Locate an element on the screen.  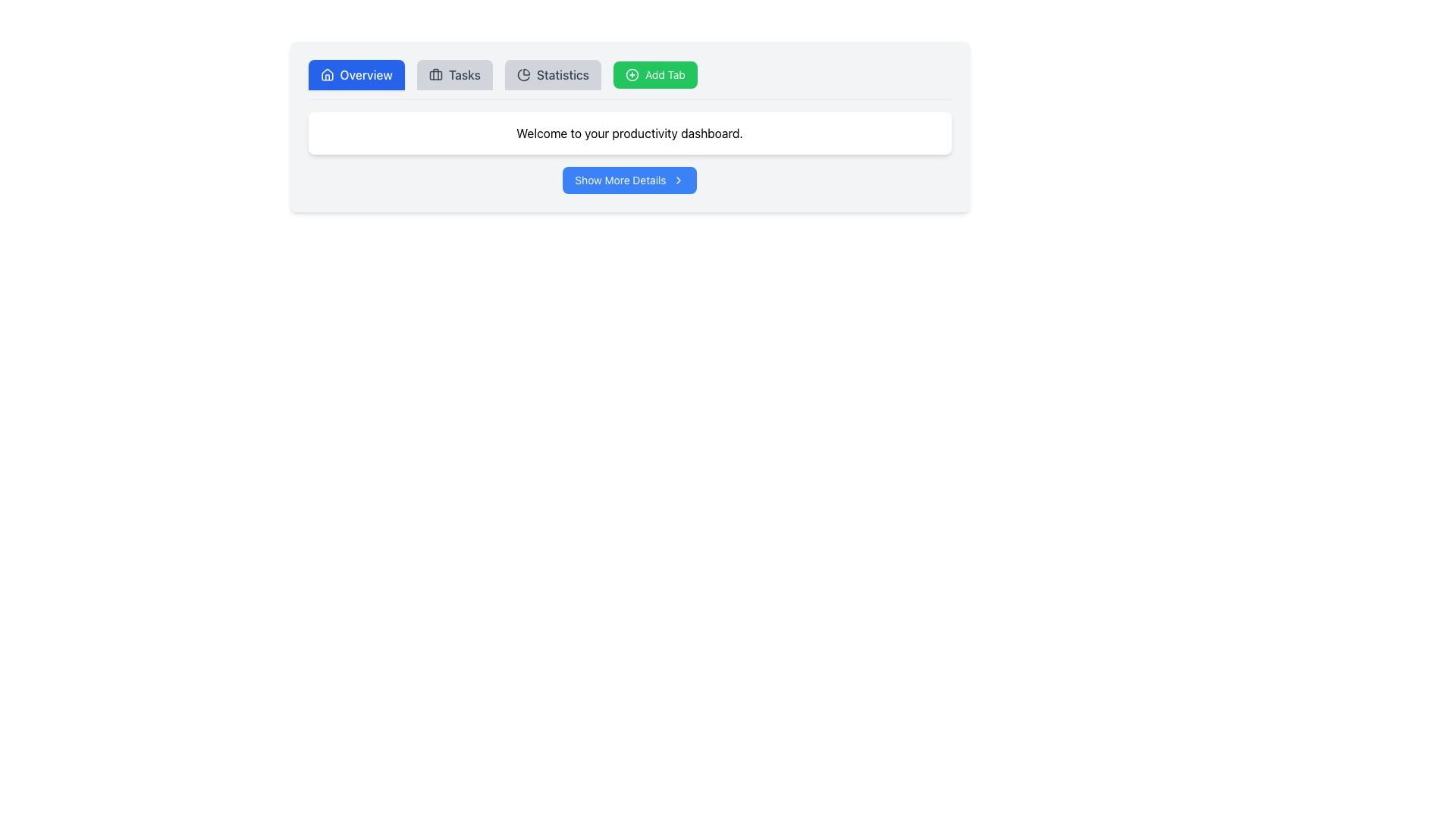
the 'Overview' tab in the Navigation Bar is located at coordinates (629, 80).